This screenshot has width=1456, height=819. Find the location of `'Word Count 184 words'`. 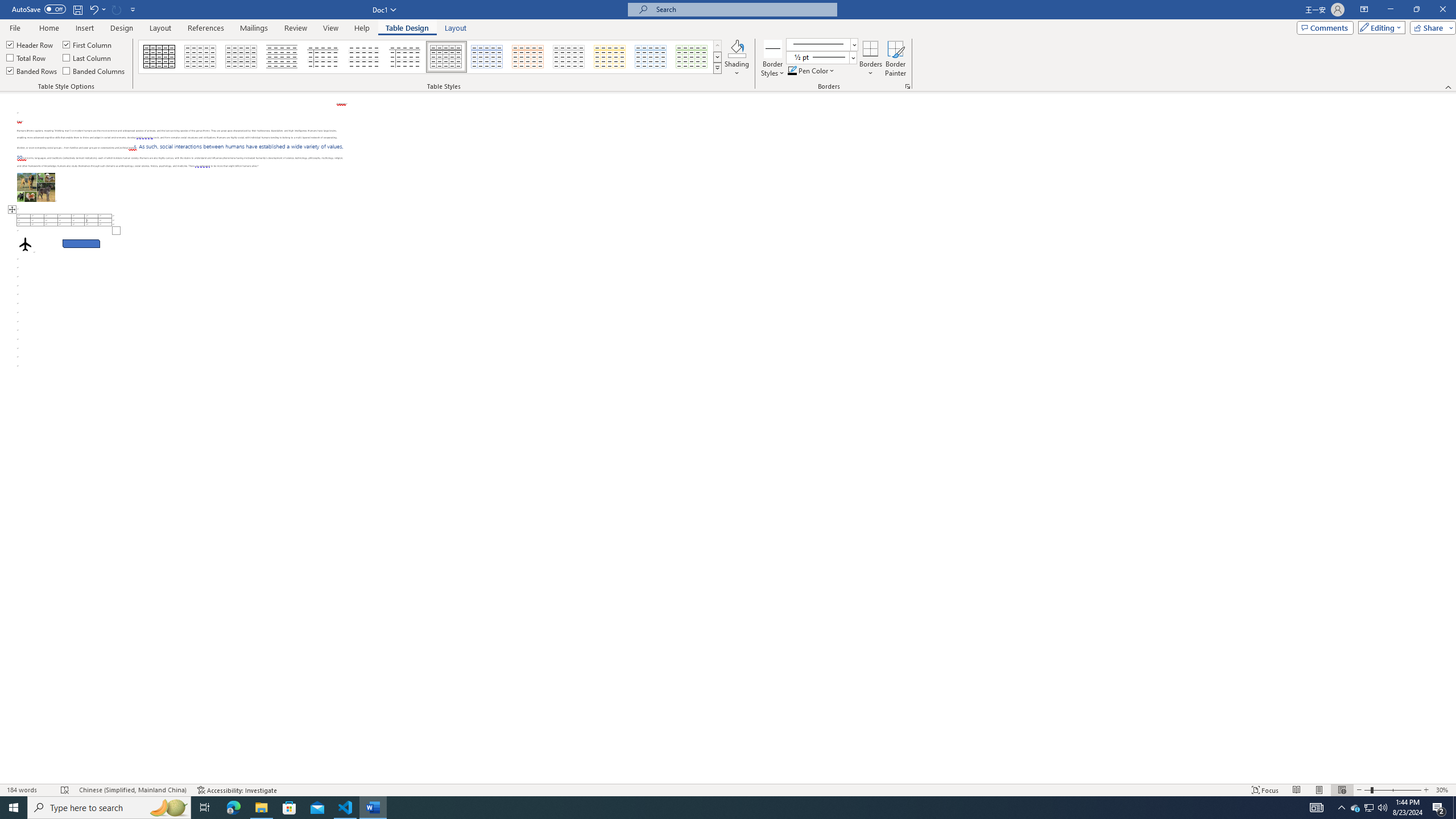

'Word Count 184 words' is located at coordinates (28, 790).